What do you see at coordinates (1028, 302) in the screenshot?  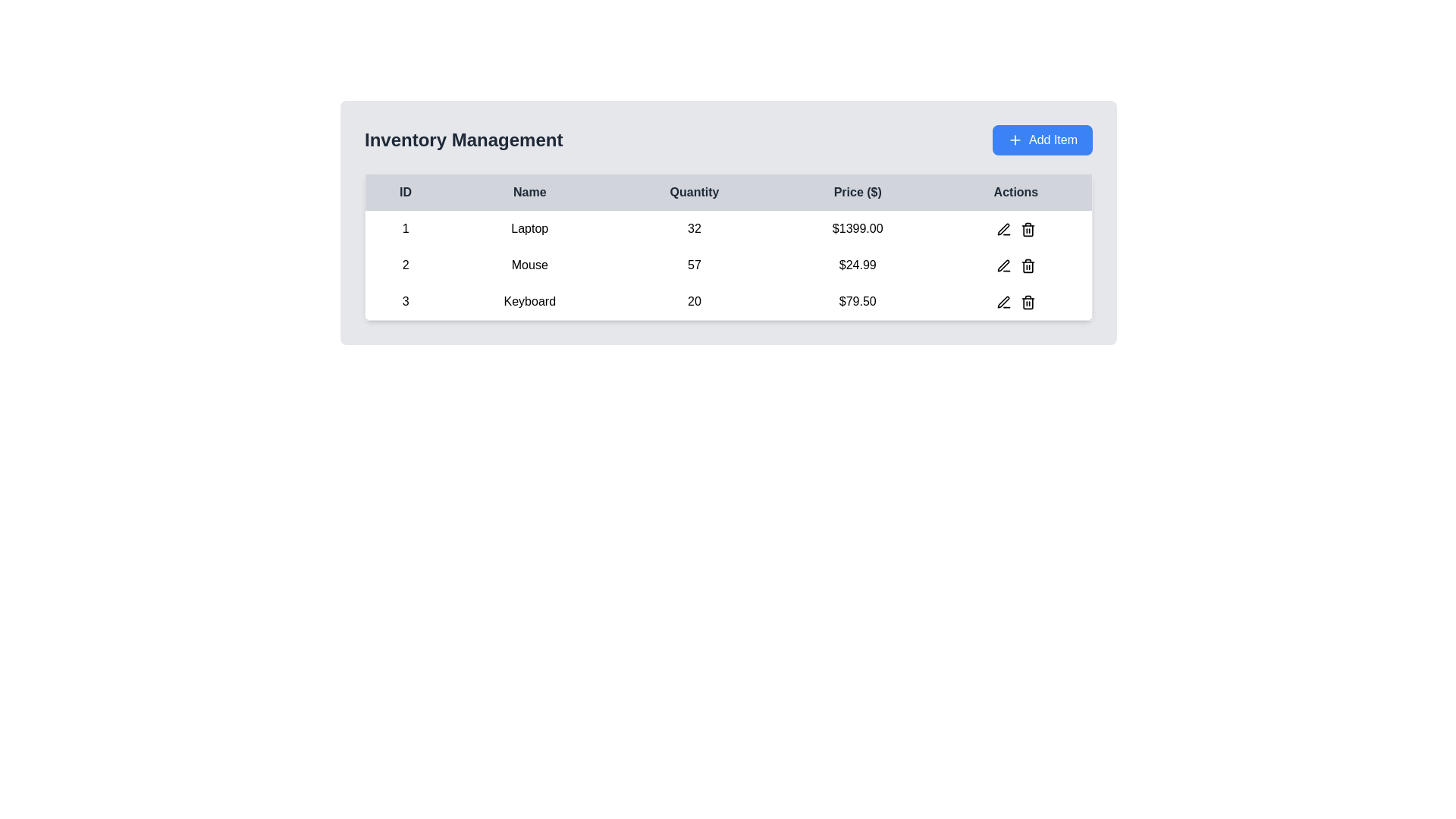 I see `the trash bin icon in the actions column` at bounding box center [1028, 302].